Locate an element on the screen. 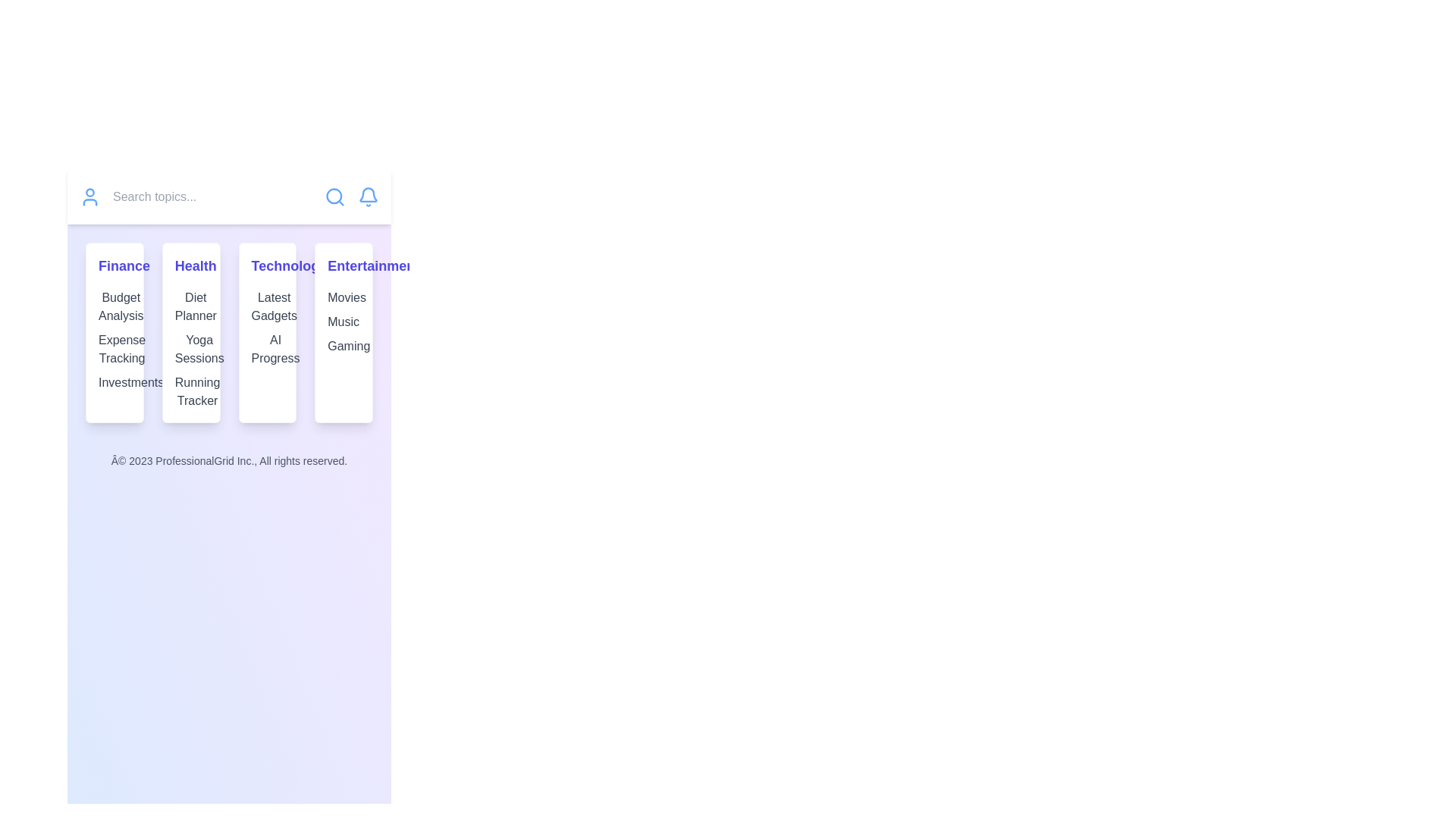  the 'Music' label, which is the second selectable option in the 'Entertainment' category is located at coordinates (343, 321).